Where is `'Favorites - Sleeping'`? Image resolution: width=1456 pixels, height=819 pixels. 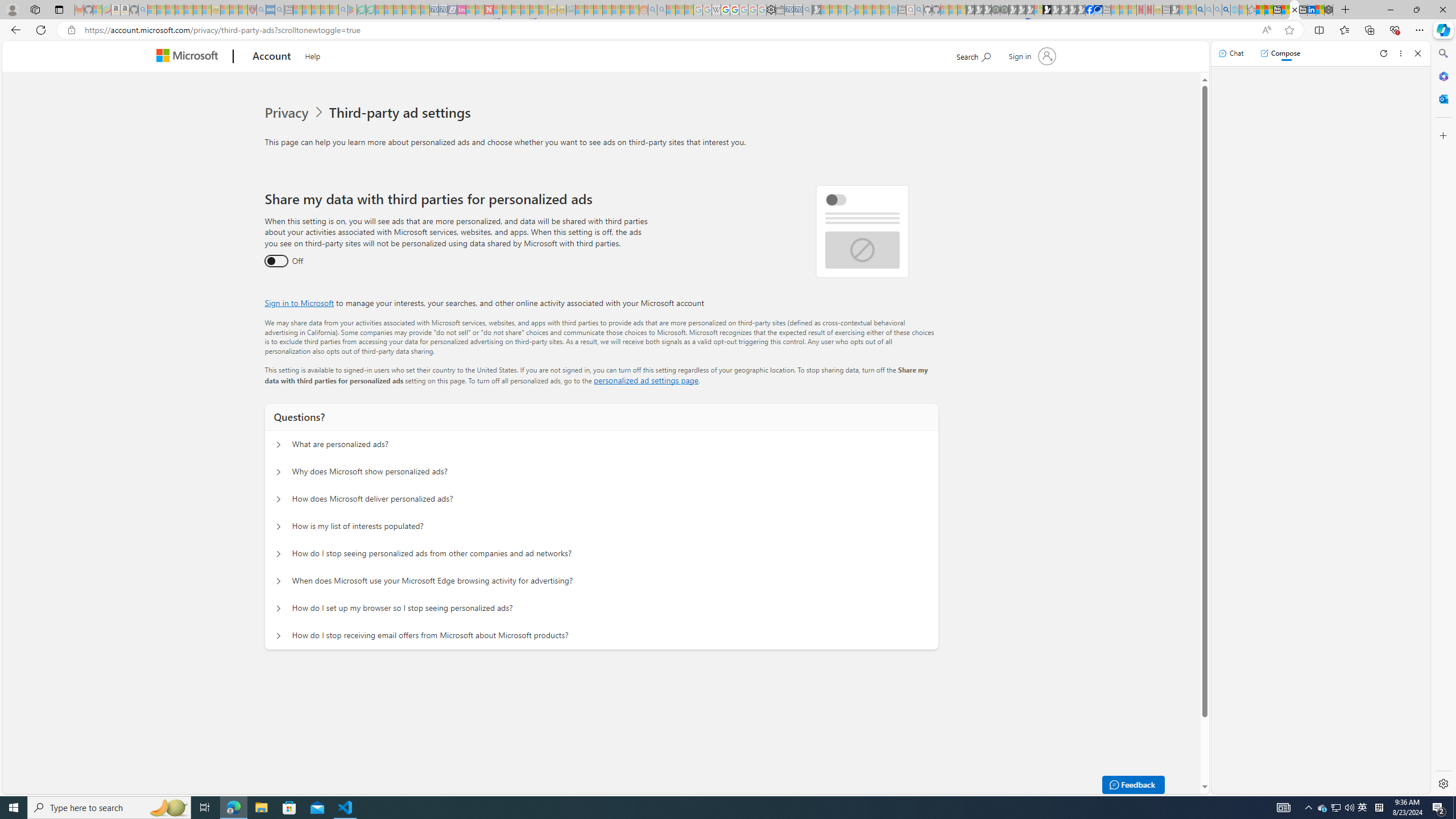
'Favorites - Sleeping' is located at coordinates (1252, 9).